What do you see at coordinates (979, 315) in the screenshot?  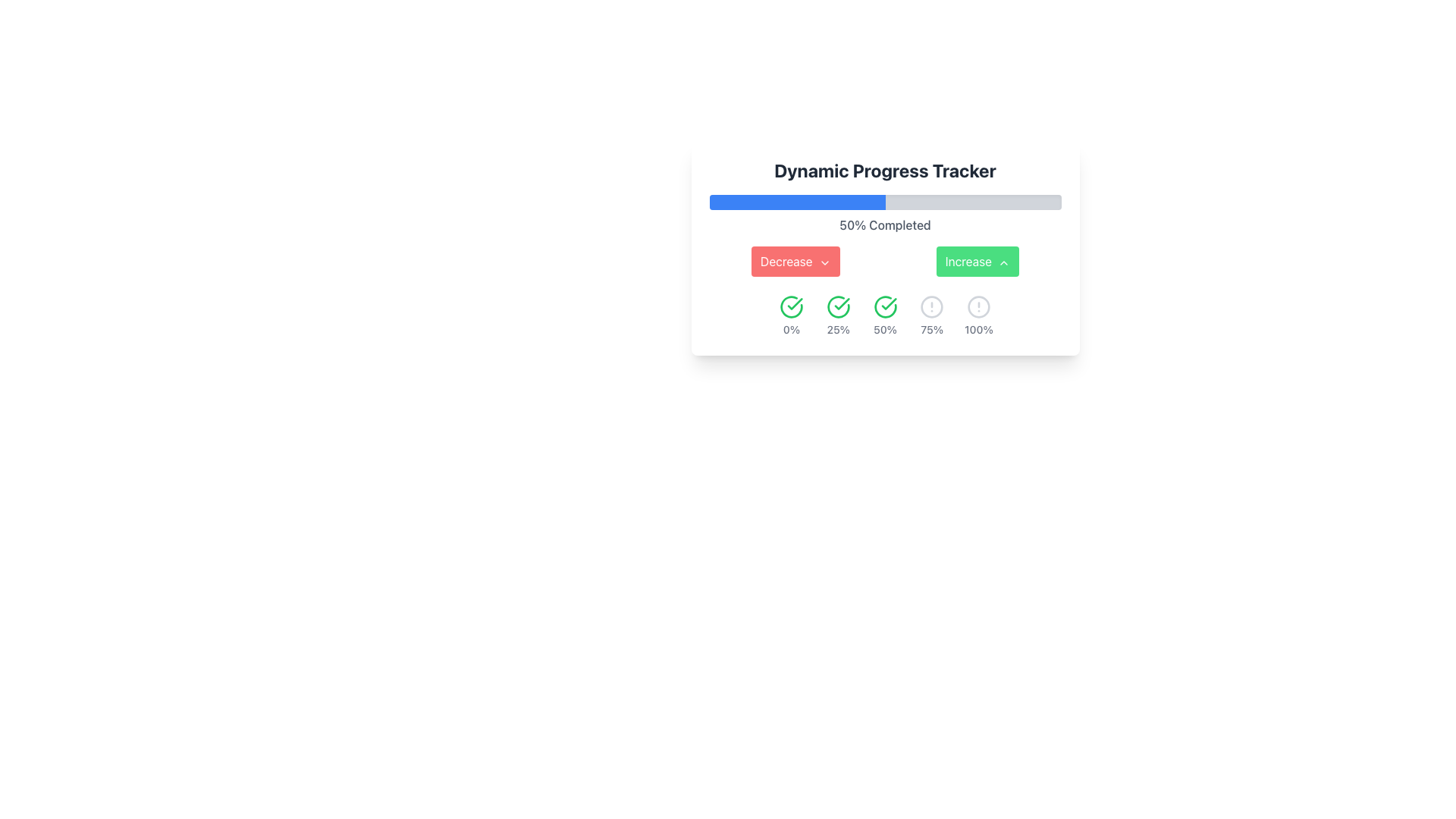 I see `the '100%' completion status label with icon located on the far right of the progress tracker interface` at bounding box center [979, 315].